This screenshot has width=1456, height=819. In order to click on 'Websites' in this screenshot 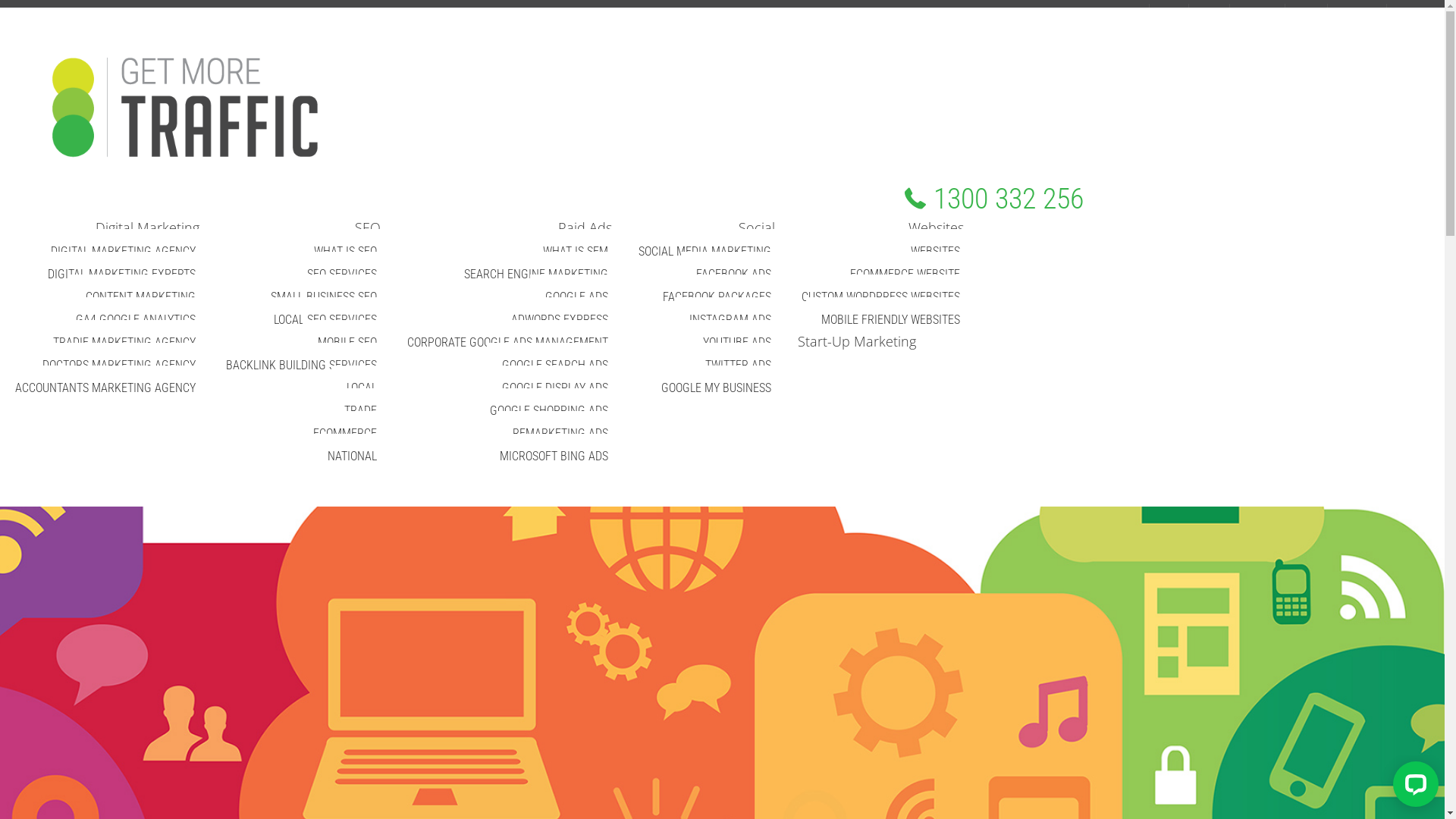, I will do `click(935, 227)`.